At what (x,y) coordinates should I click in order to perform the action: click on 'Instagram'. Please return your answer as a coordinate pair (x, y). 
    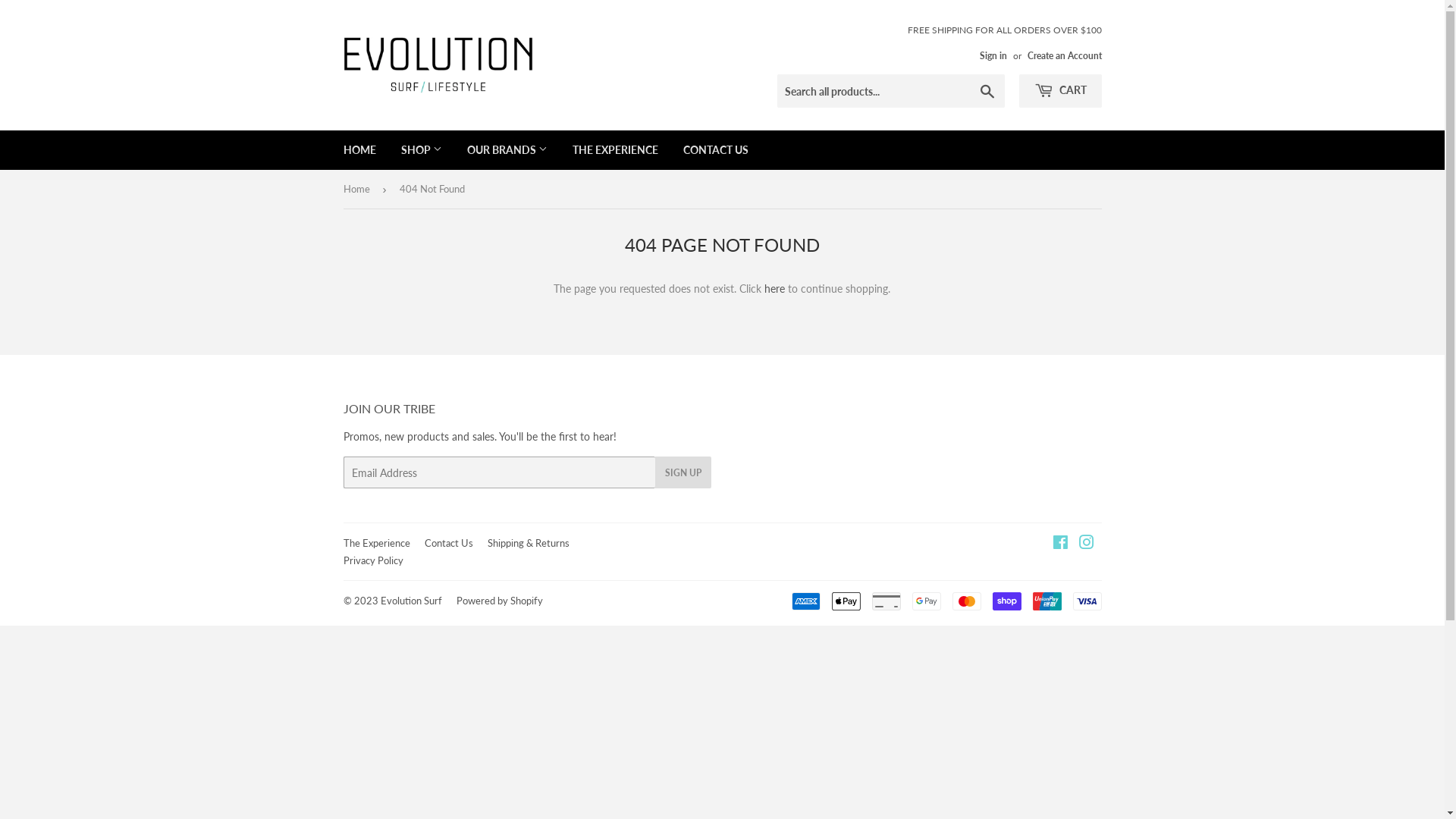
    Looking at the image, I should click on (1084, 543).